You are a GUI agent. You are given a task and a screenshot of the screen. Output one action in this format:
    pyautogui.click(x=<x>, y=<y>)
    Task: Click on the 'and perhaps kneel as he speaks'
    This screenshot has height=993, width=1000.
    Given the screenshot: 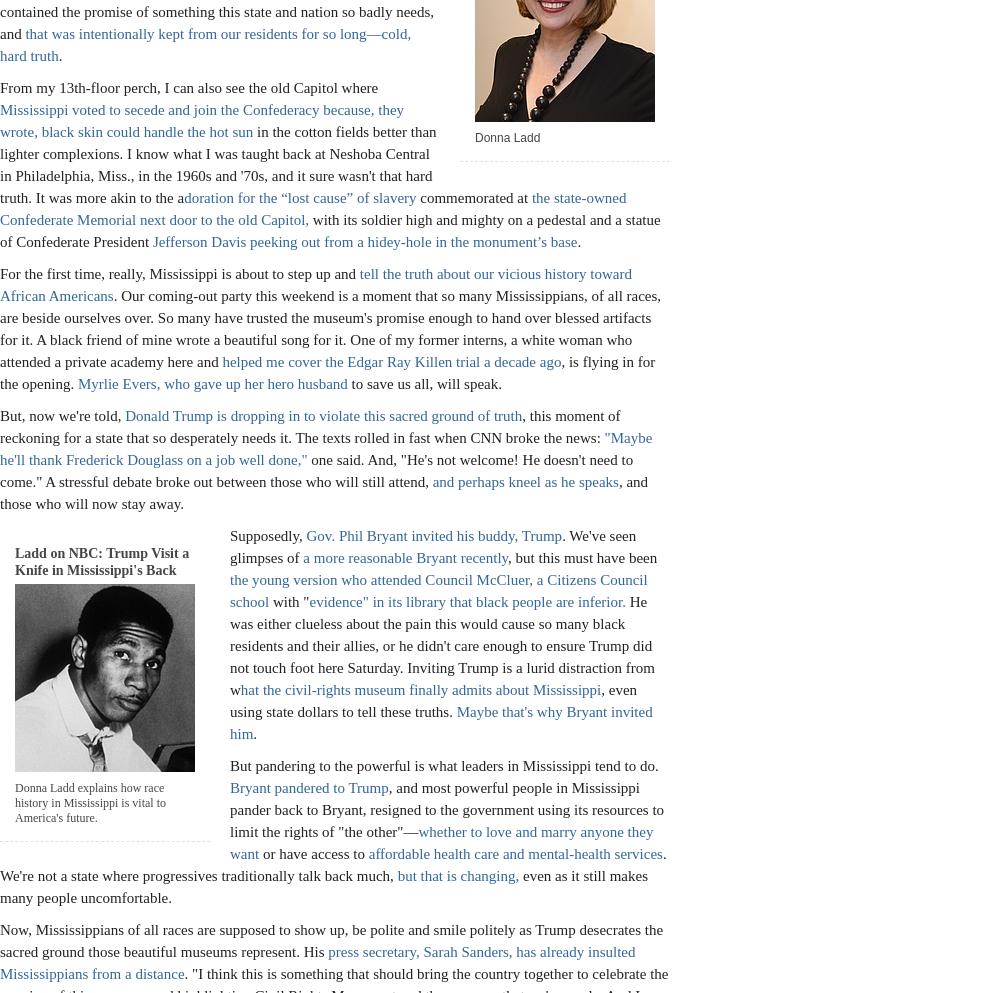 What is the action you would take?
    pyautogui.click(x=432, y=480)
    